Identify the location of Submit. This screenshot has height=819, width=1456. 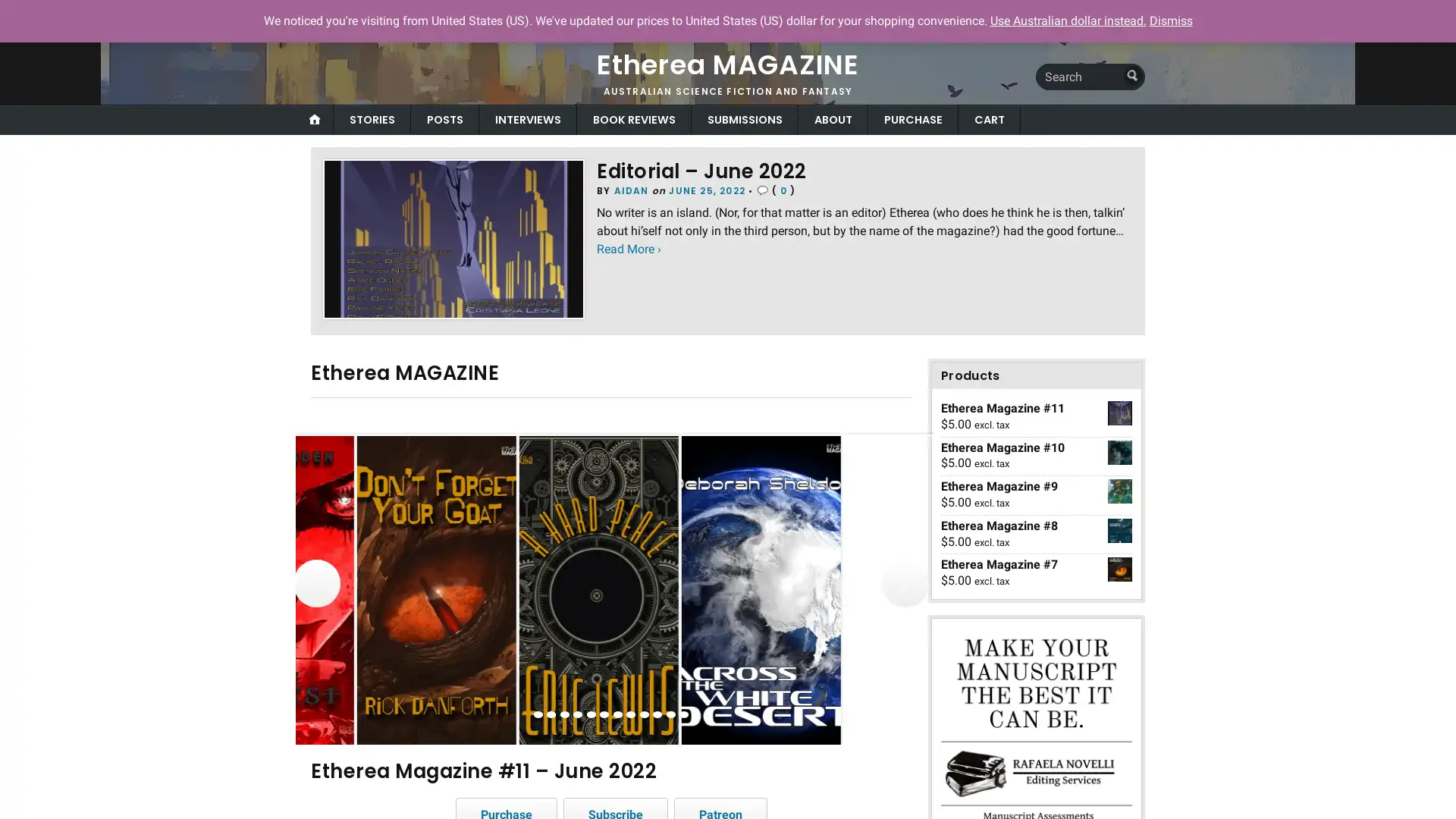
(1132, 76).